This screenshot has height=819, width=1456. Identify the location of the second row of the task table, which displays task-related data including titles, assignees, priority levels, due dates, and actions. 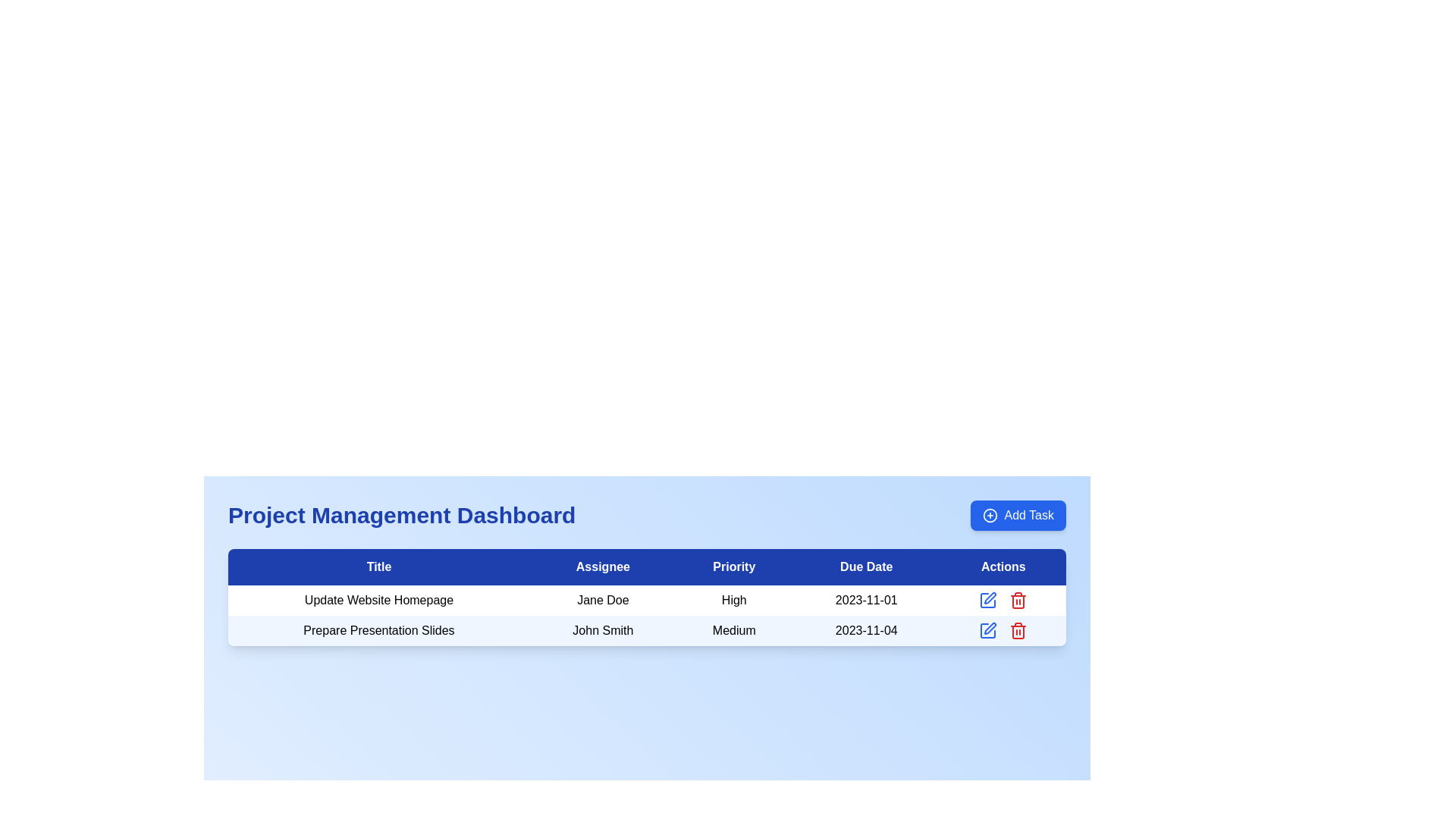
(647, 616).